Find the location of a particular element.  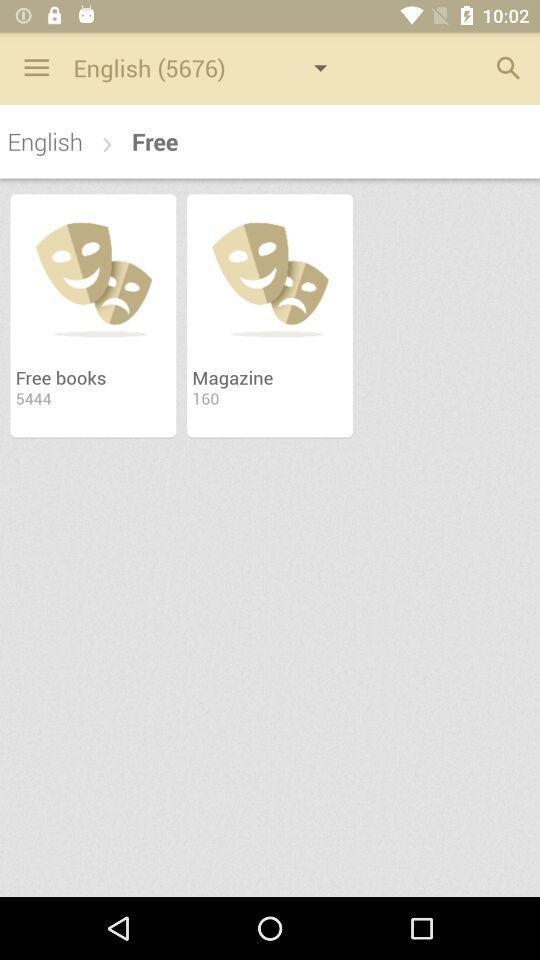

the button which is left side of the search is located at coordinates (211, 67).